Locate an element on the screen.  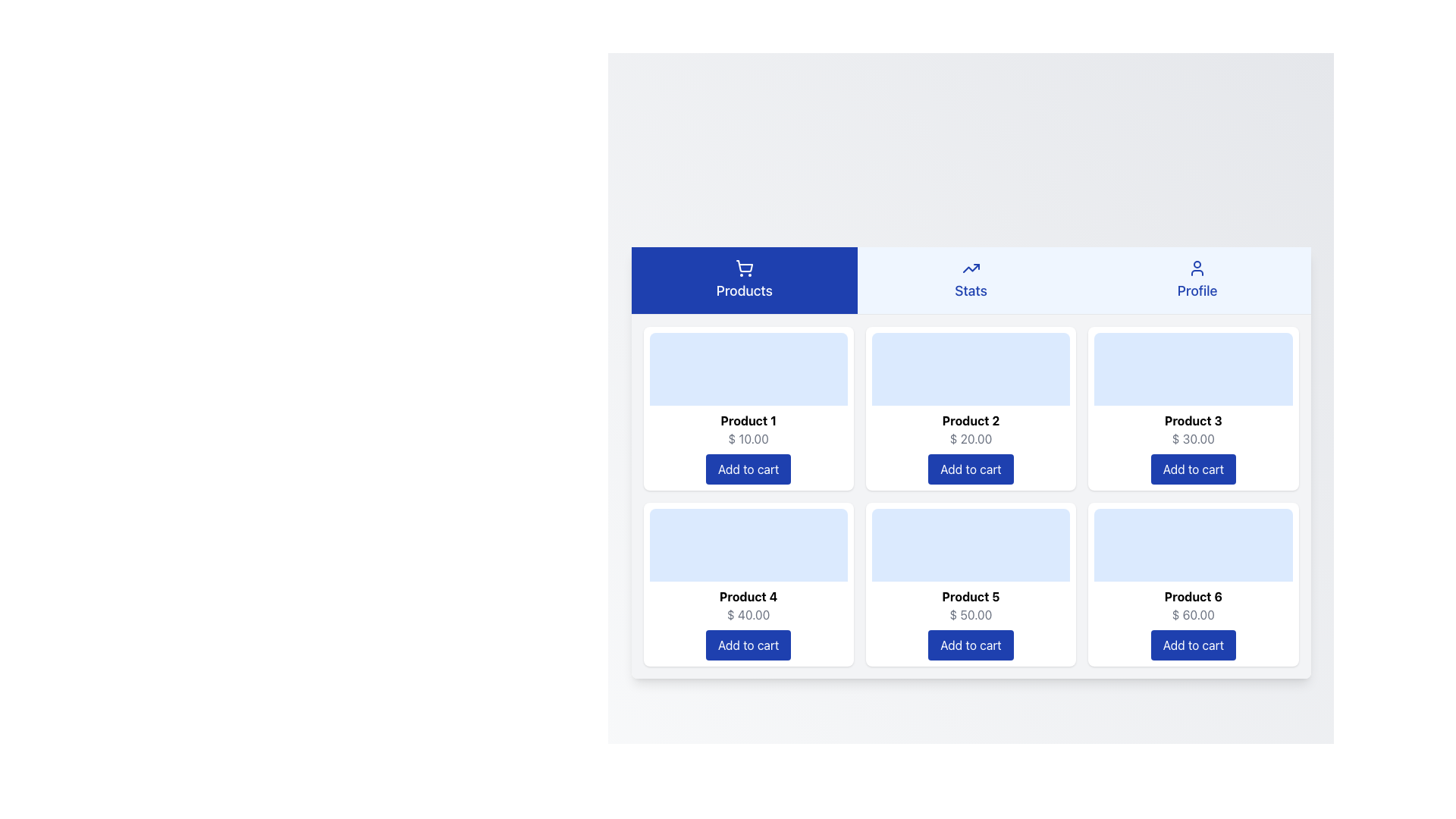
the 'Stats' text label displayed in blue text below the rising arrow icon in the top navigation section is located at coordinates (971, 290).